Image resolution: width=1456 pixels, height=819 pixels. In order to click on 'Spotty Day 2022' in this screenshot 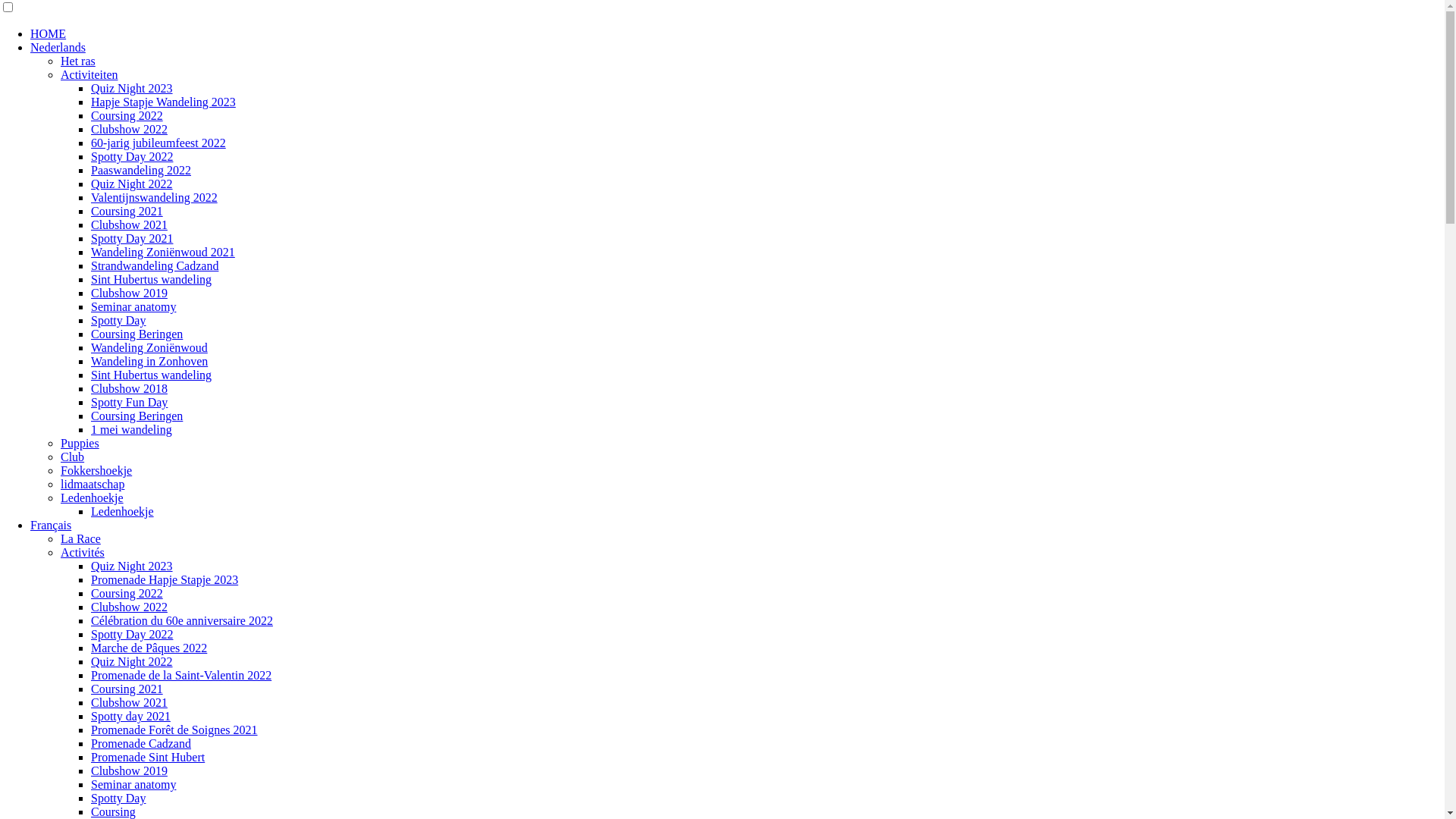, I will do `click(131, 156)`.